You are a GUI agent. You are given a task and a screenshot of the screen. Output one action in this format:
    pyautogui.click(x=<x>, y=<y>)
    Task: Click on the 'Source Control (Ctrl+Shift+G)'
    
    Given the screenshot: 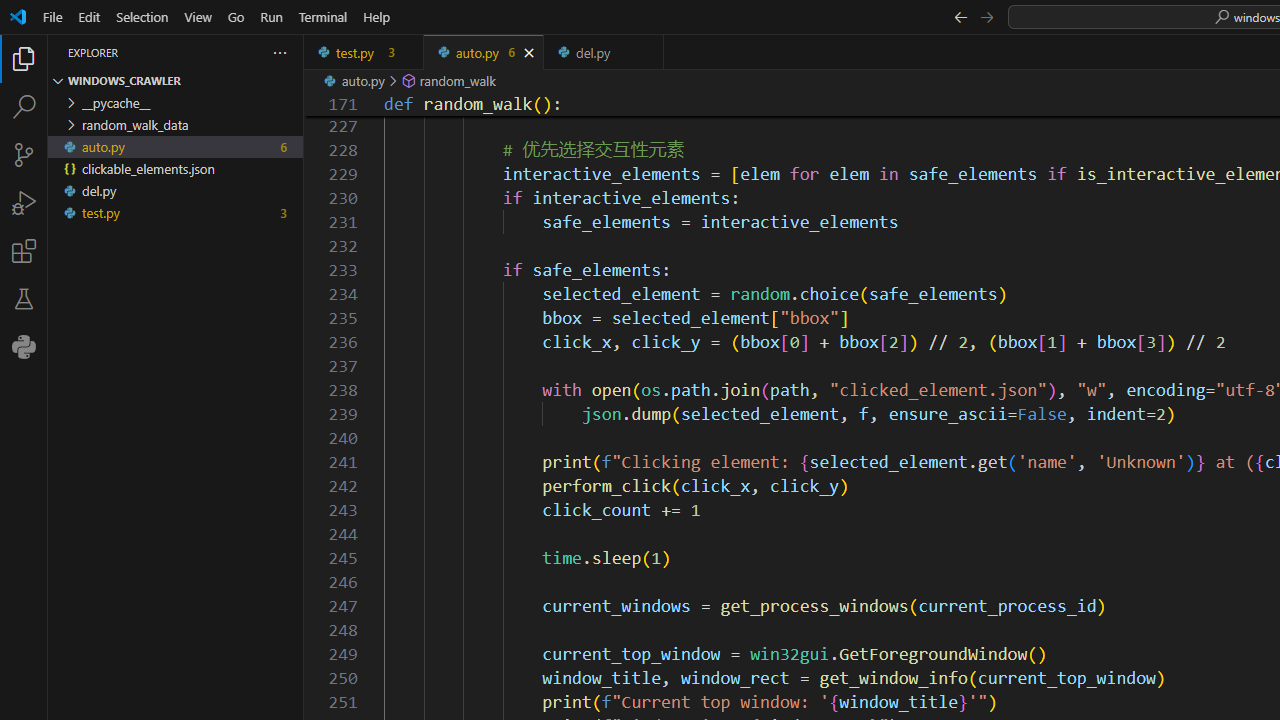 What is the action you would take?
    pyautogui.click(x=24, y=154)
    